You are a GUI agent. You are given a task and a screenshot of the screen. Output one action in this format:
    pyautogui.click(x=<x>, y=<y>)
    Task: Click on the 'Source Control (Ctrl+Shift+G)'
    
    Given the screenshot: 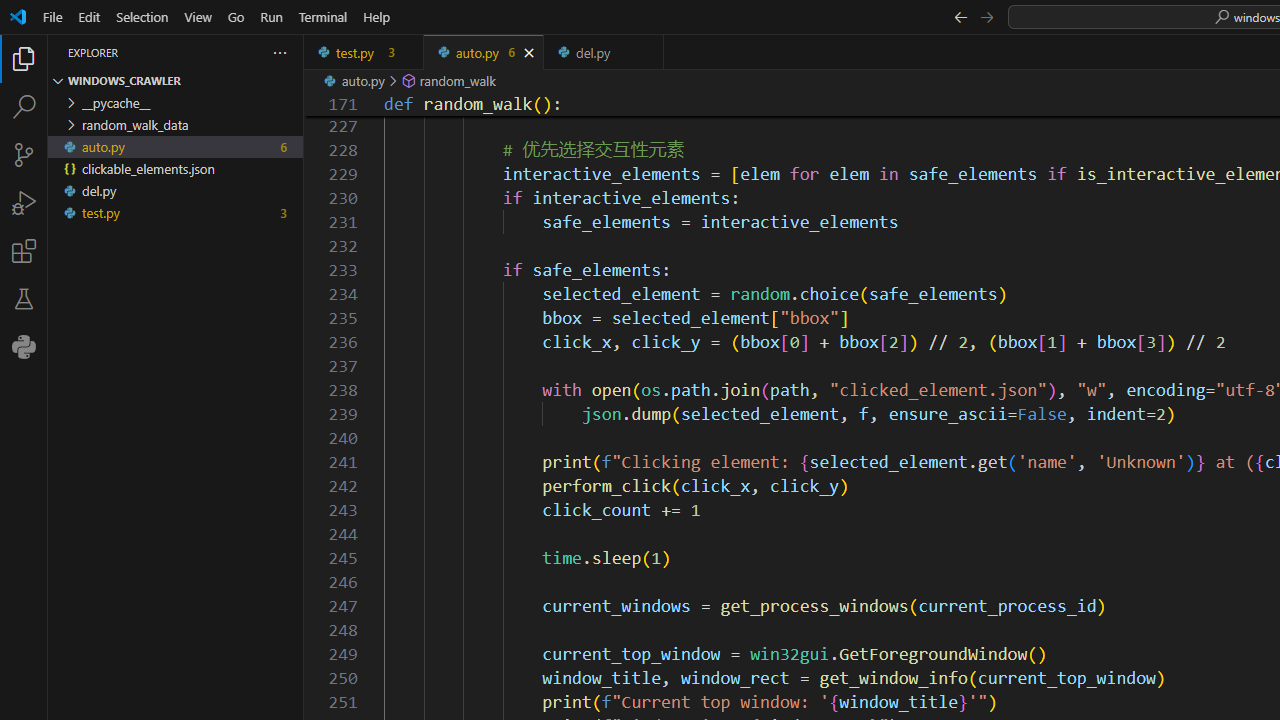 What is the action you would take?
    pyautogui.click(x=24, y=154)
    